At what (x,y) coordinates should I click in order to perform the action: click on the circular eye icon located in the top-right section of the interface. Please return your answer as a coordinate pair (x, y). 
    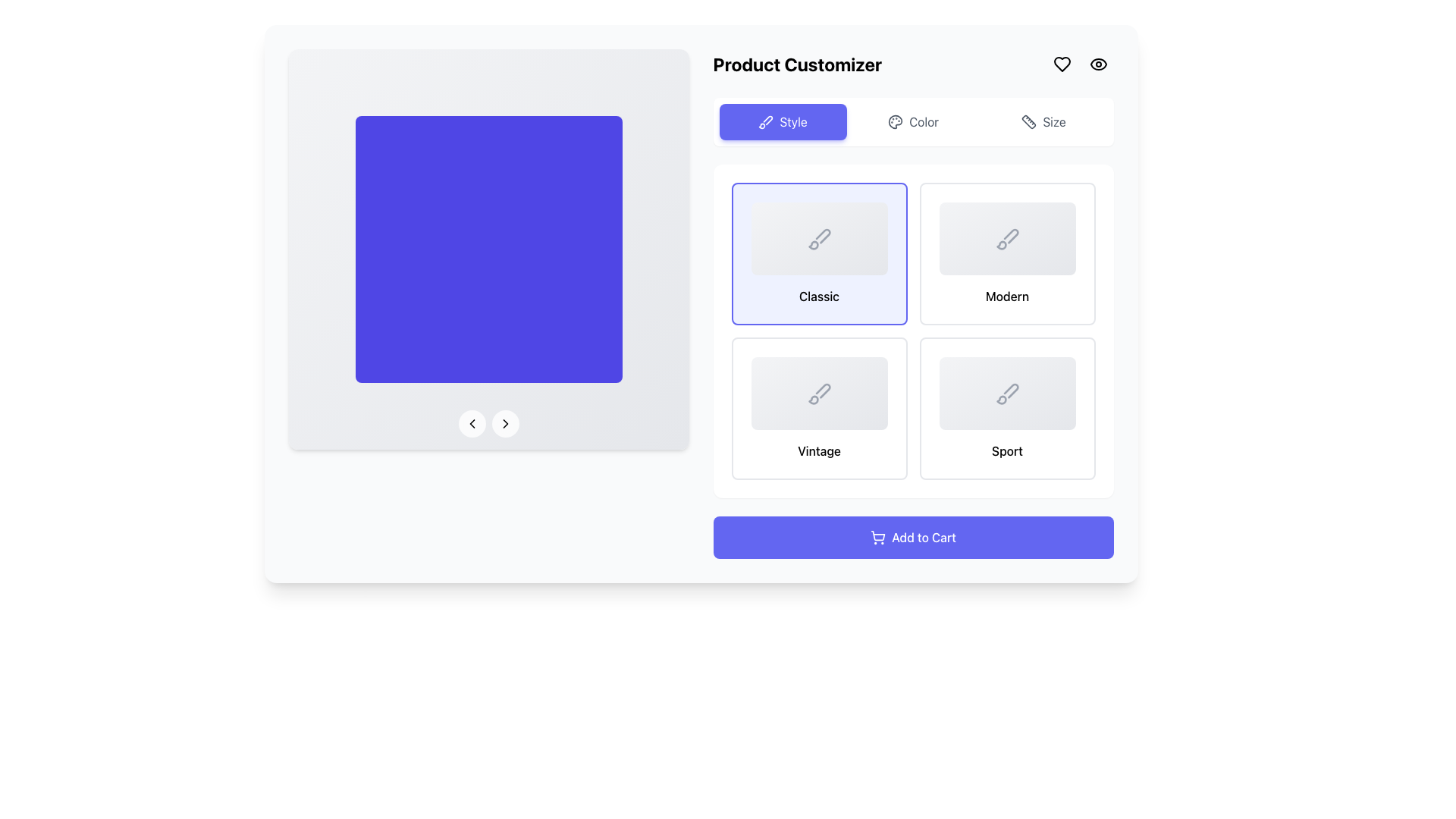
    Looking at the image, I should click on (1098, 63).